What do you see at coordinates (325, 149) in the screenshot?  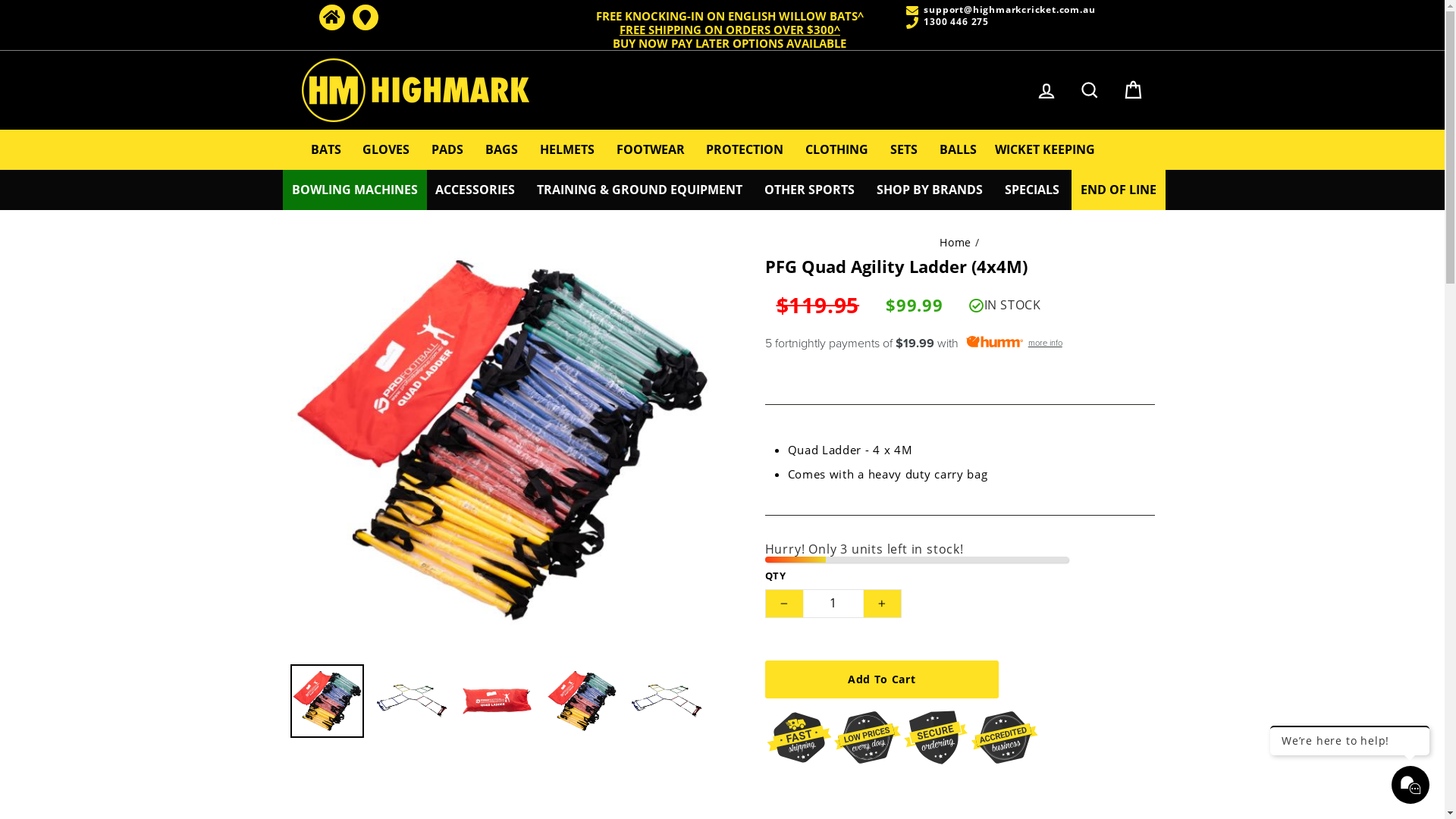 I see `'BATS'` at bounding box center [325, 149].